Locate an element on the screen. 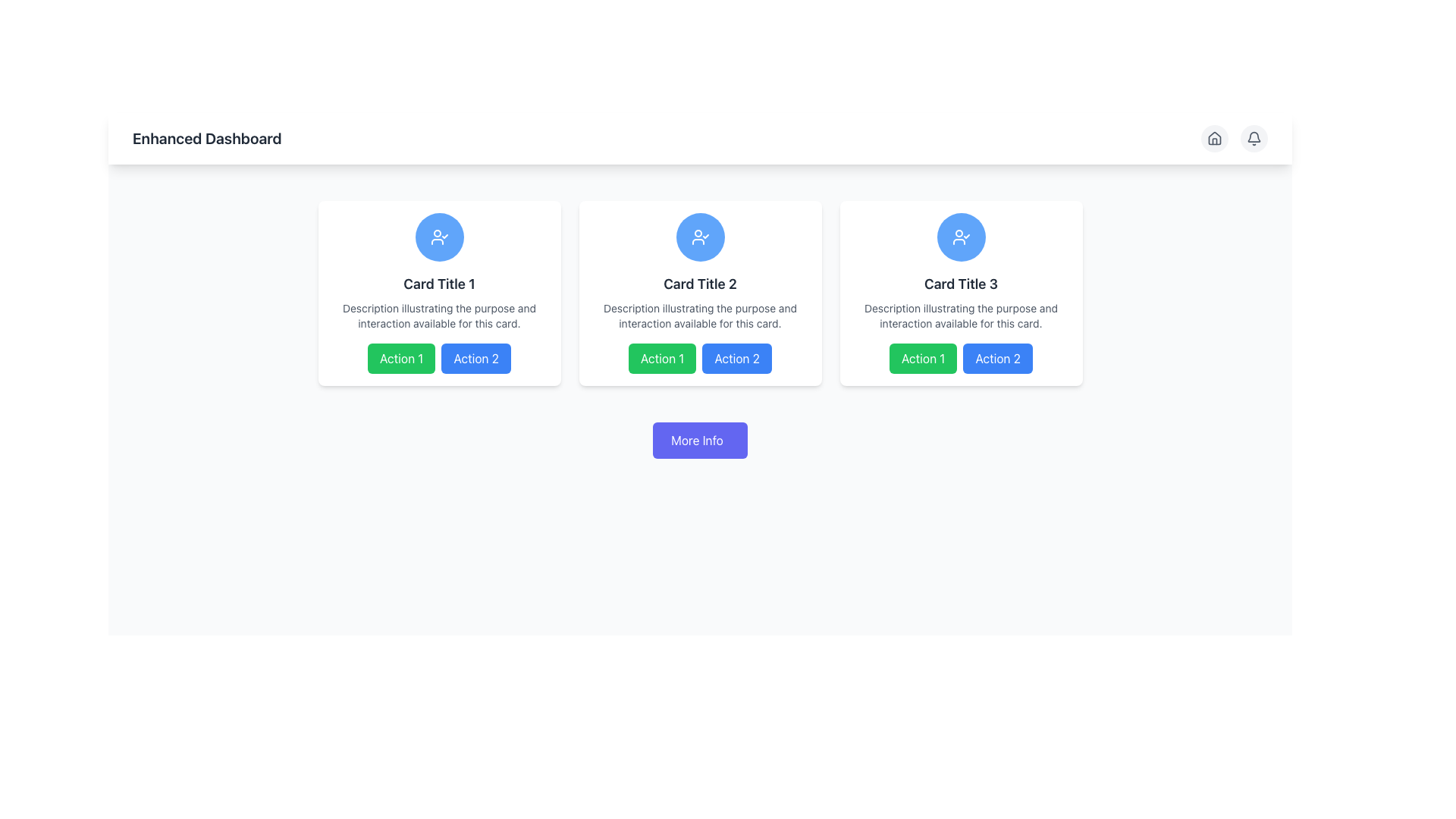 This screenshot has width=1456, height=819. the green button labeled 'Action 1' is located at coordinates (662, 359).